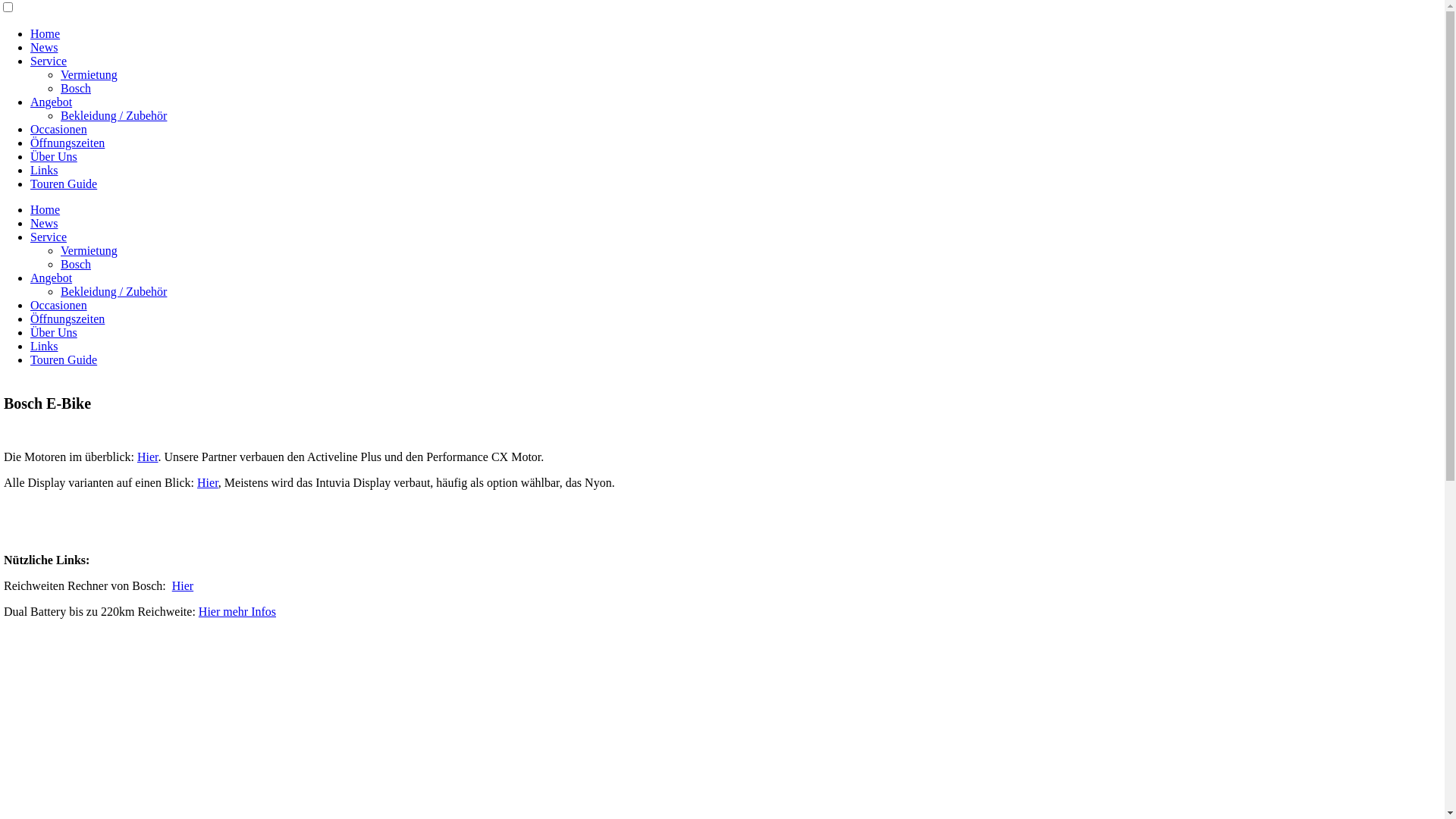 Image resolution: width=1456 pixels, height=819 pixels. I want to click on 'Bosch', so click(75, 88).